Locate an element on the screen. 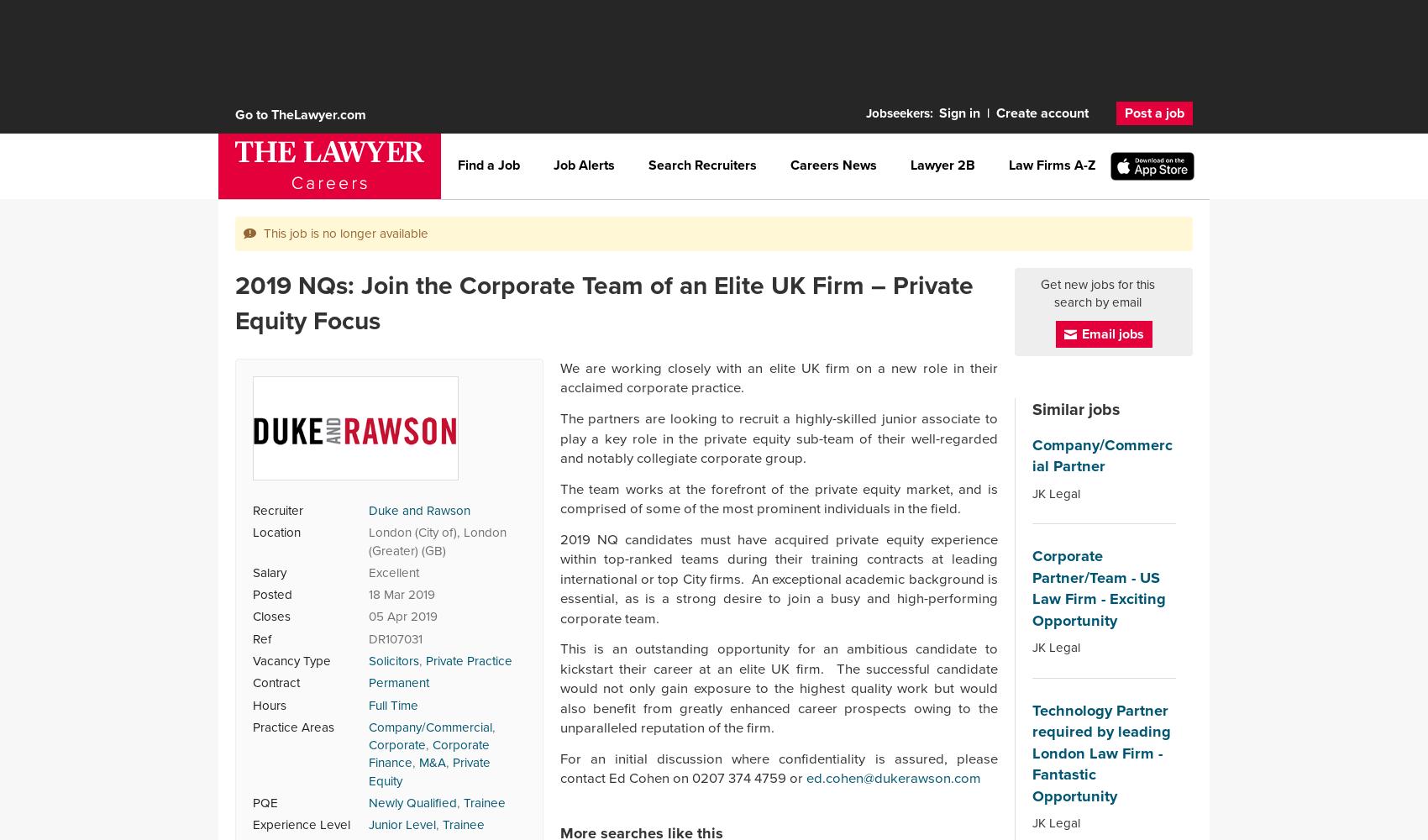 This screenshot has width=1428, height=840. 'Find a Job' is located at coordinates (488, 164).